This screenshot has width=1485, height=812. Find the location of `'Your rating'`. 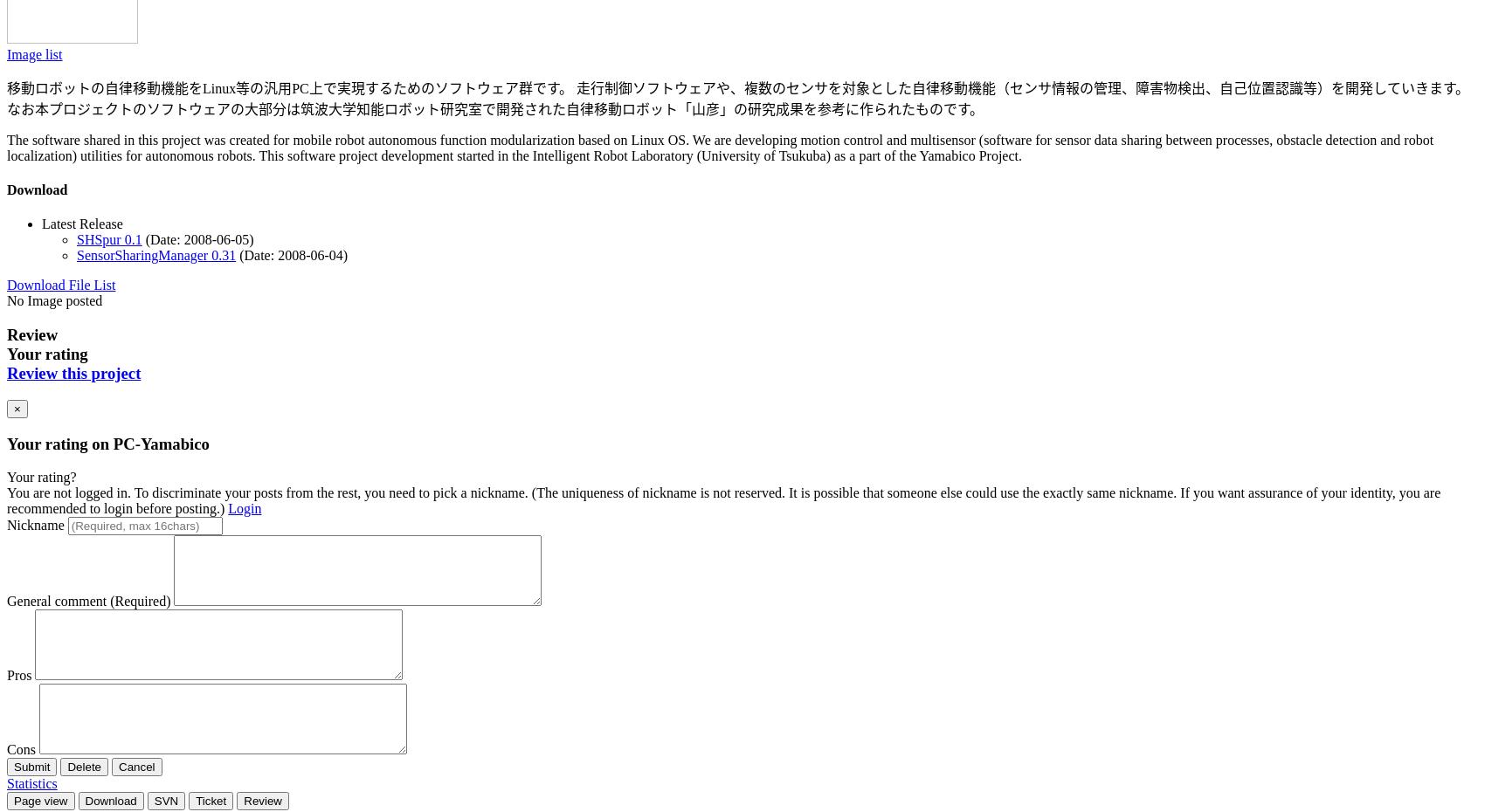

'Your rating' is located at coordinates (47, 354).